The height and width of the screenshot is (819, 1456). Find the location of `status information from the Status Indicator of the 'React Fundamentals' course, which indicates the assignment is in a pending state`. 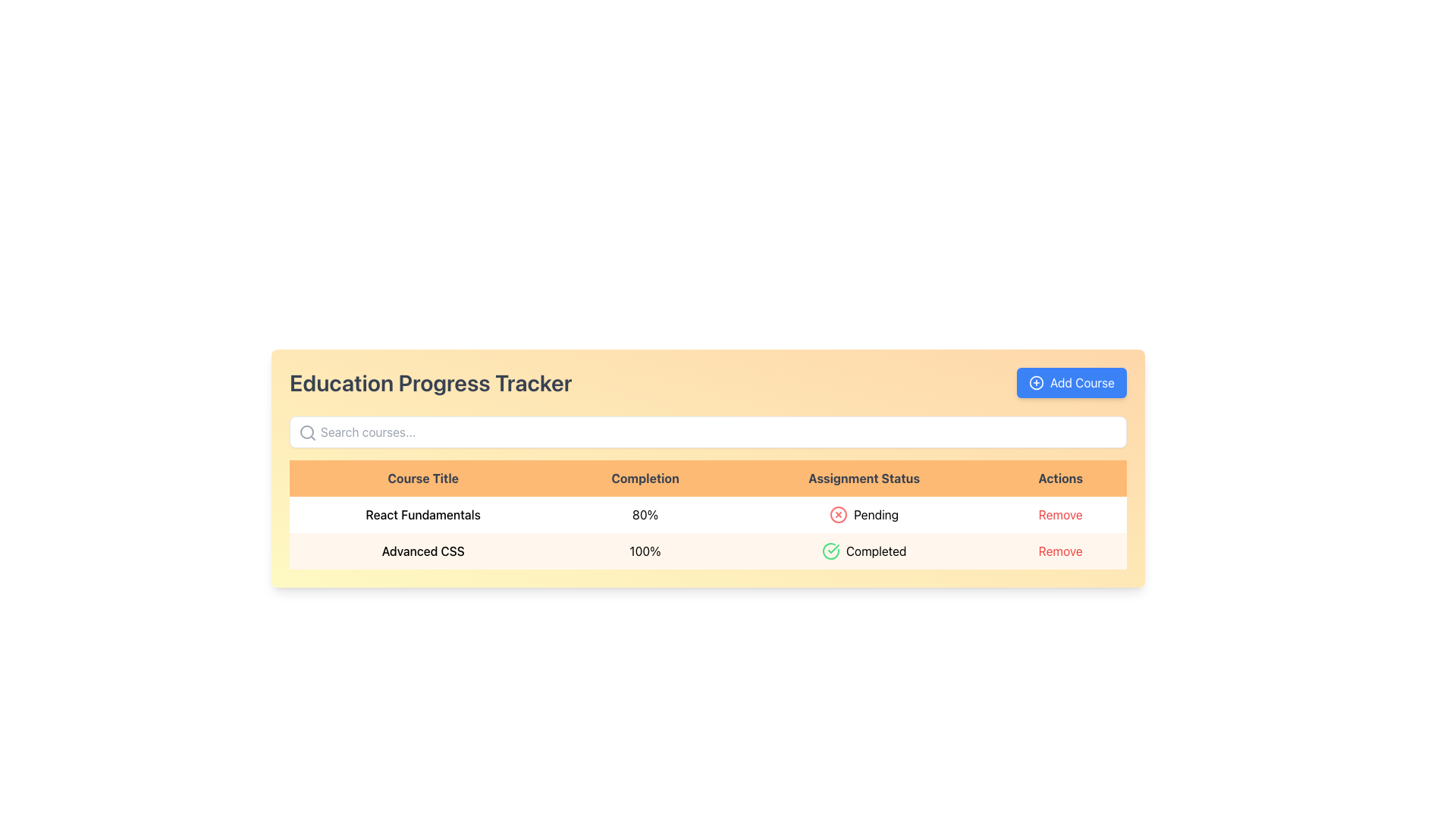

status information from the Status Indicator of the 'React Fundamentals' course, which indicates the assignment is in a pending state is located at coordinates (864, 513).